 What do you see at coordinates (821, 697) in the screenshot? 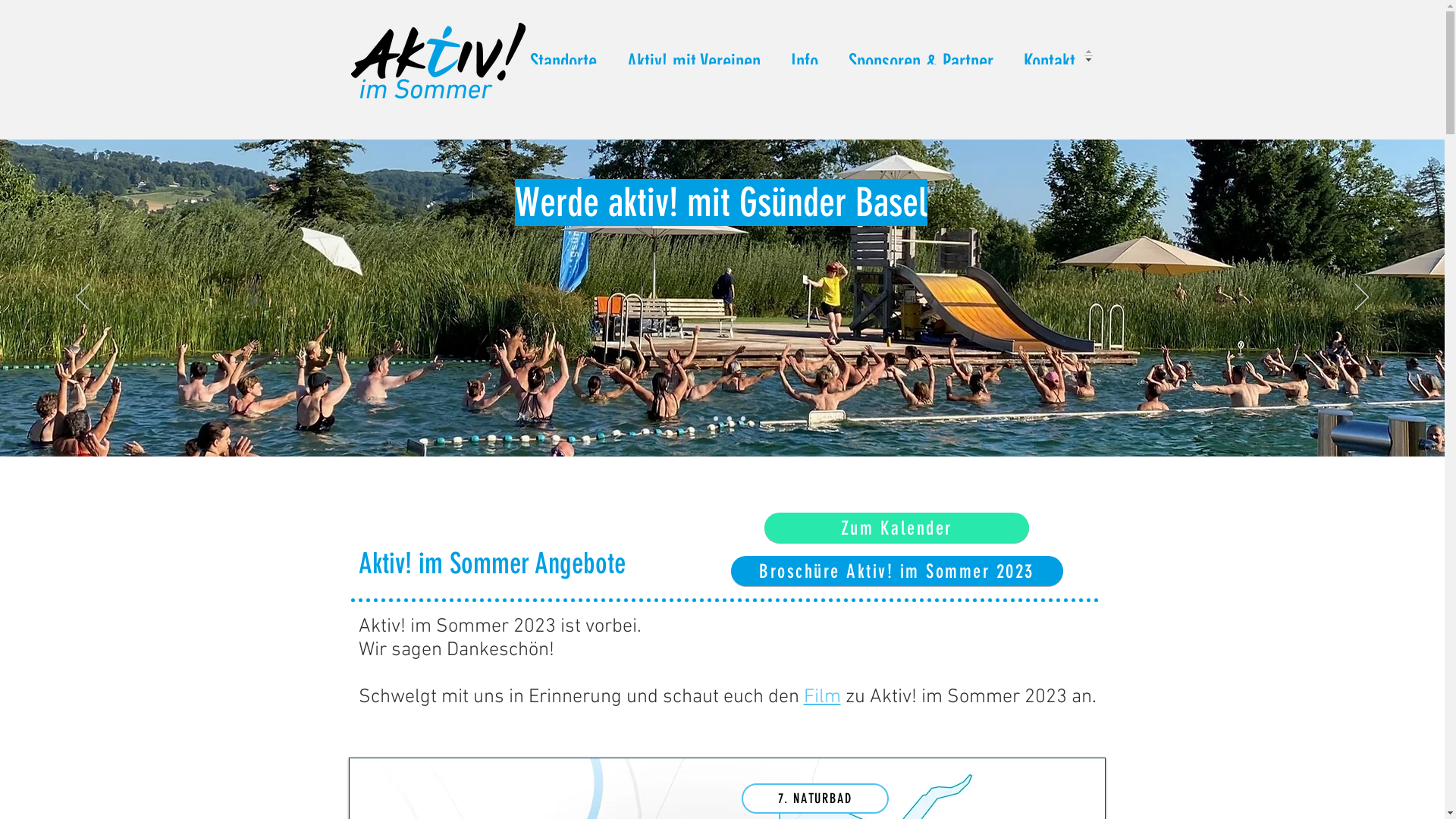
I see `'Film'` at bounding box center [821, 697].